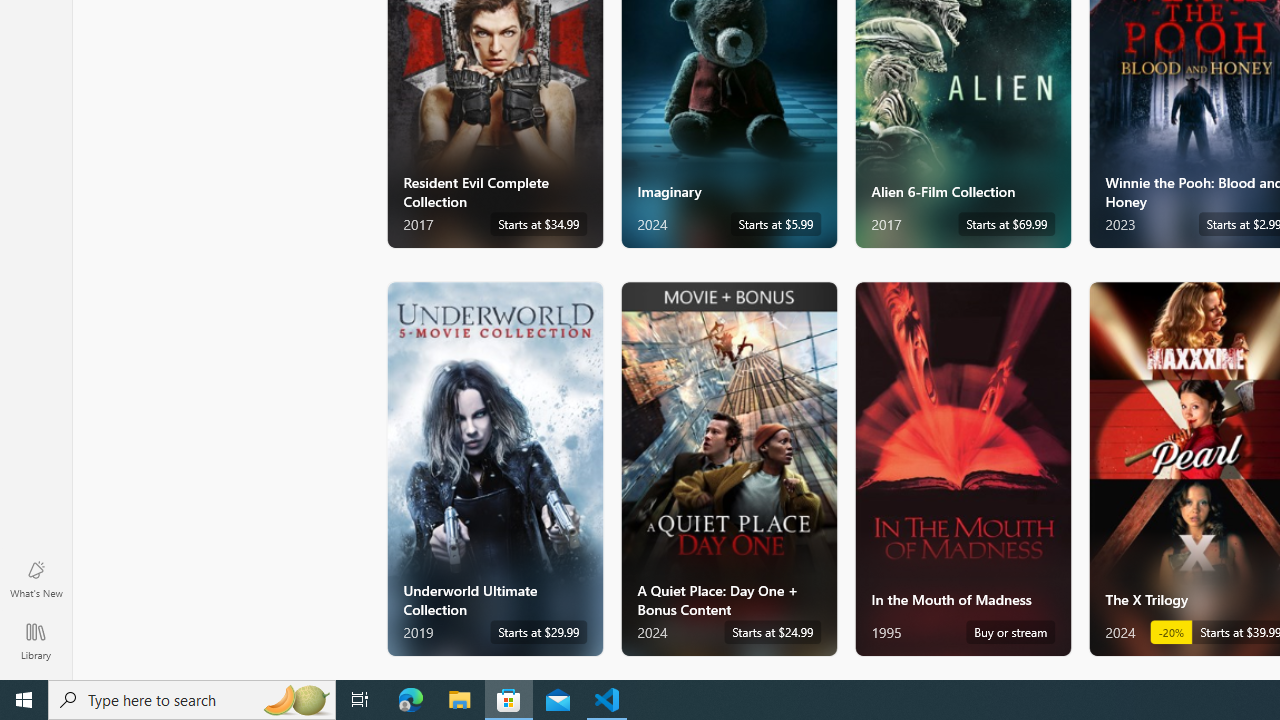 Image resolution: width=1280 pixels, height=720 pixels. Describe the element at coordinates (35, 640) in the screenshot. I see `'Library'` at that location.